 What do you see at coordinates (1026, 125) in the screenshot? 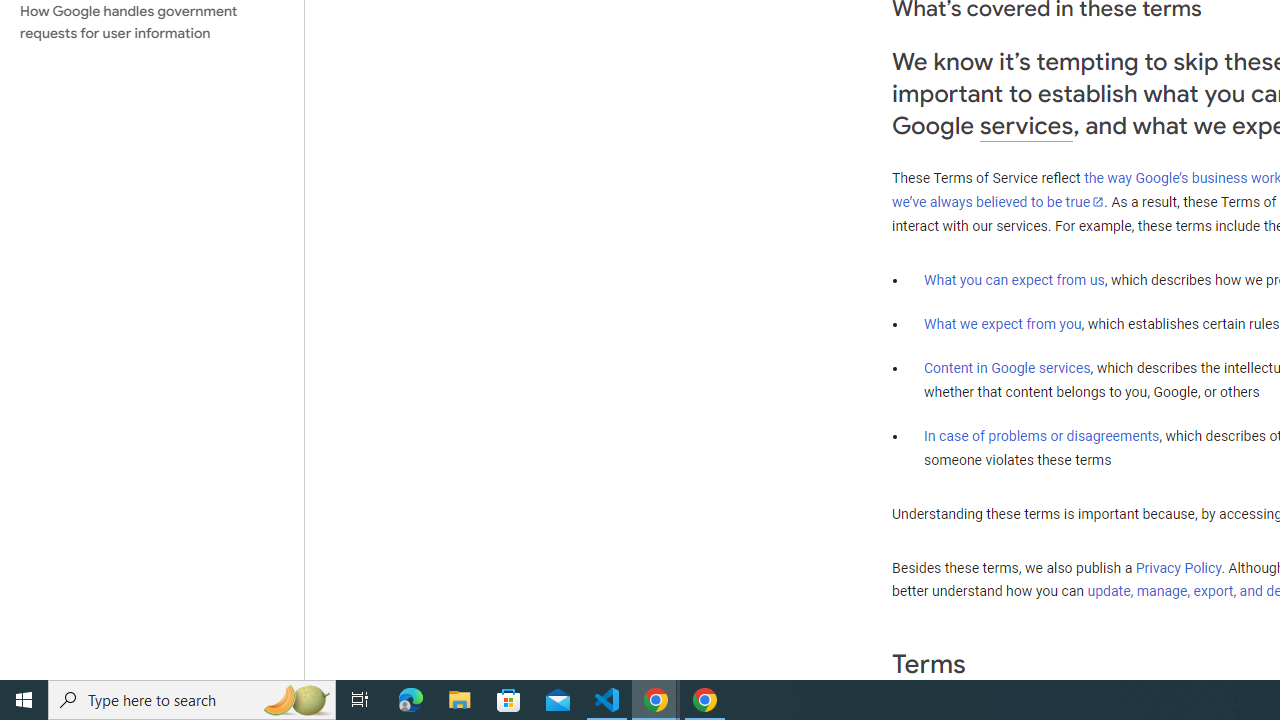
I see `'services'` at bounding box center [1026, 125].